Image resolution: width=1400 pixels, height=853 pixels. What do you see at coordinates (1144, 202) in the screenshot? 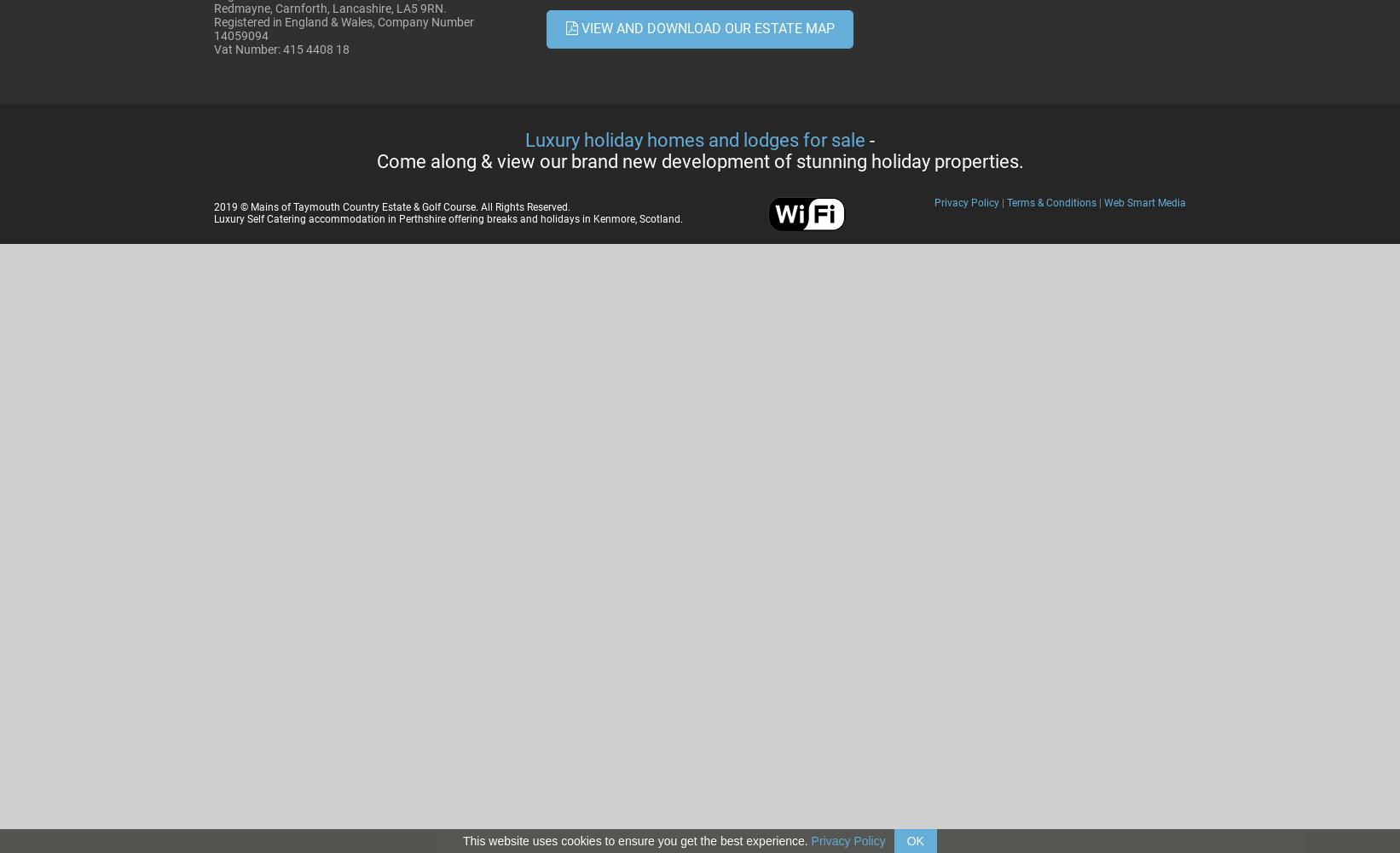
I see `'Web Smart Media'` at bounding box center [1144, 202].